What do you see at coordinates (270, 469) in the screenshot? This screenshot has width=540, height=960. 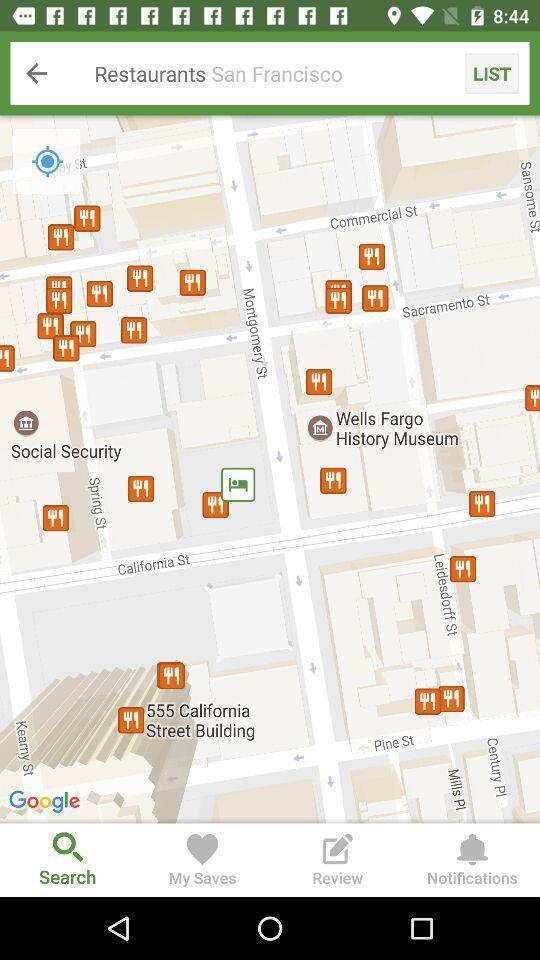 I see `item above the search icon` at bounding box center [270, 469].